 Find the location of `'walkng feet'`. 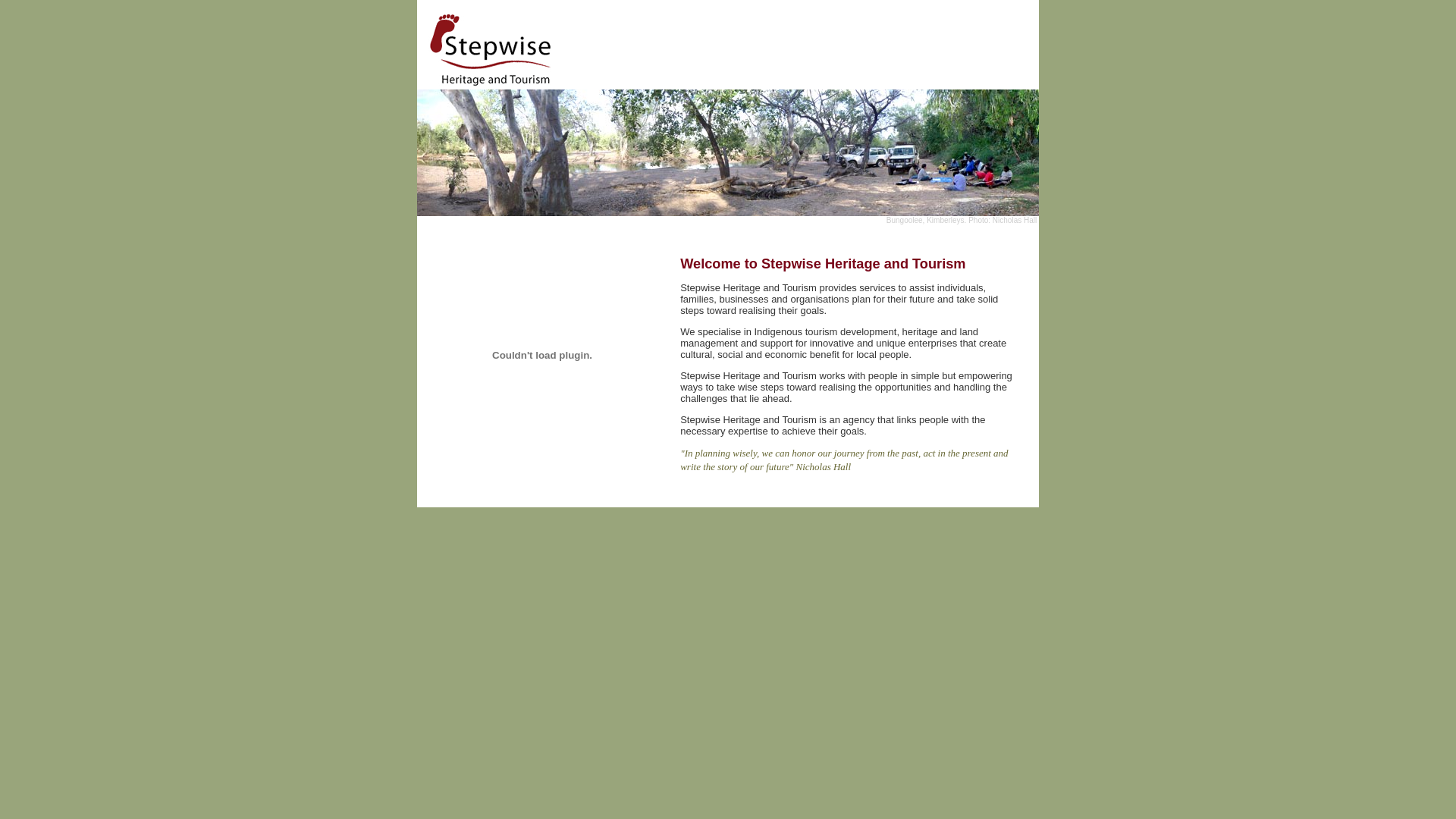

'walkng feet' is located at coordinates (542, 355).